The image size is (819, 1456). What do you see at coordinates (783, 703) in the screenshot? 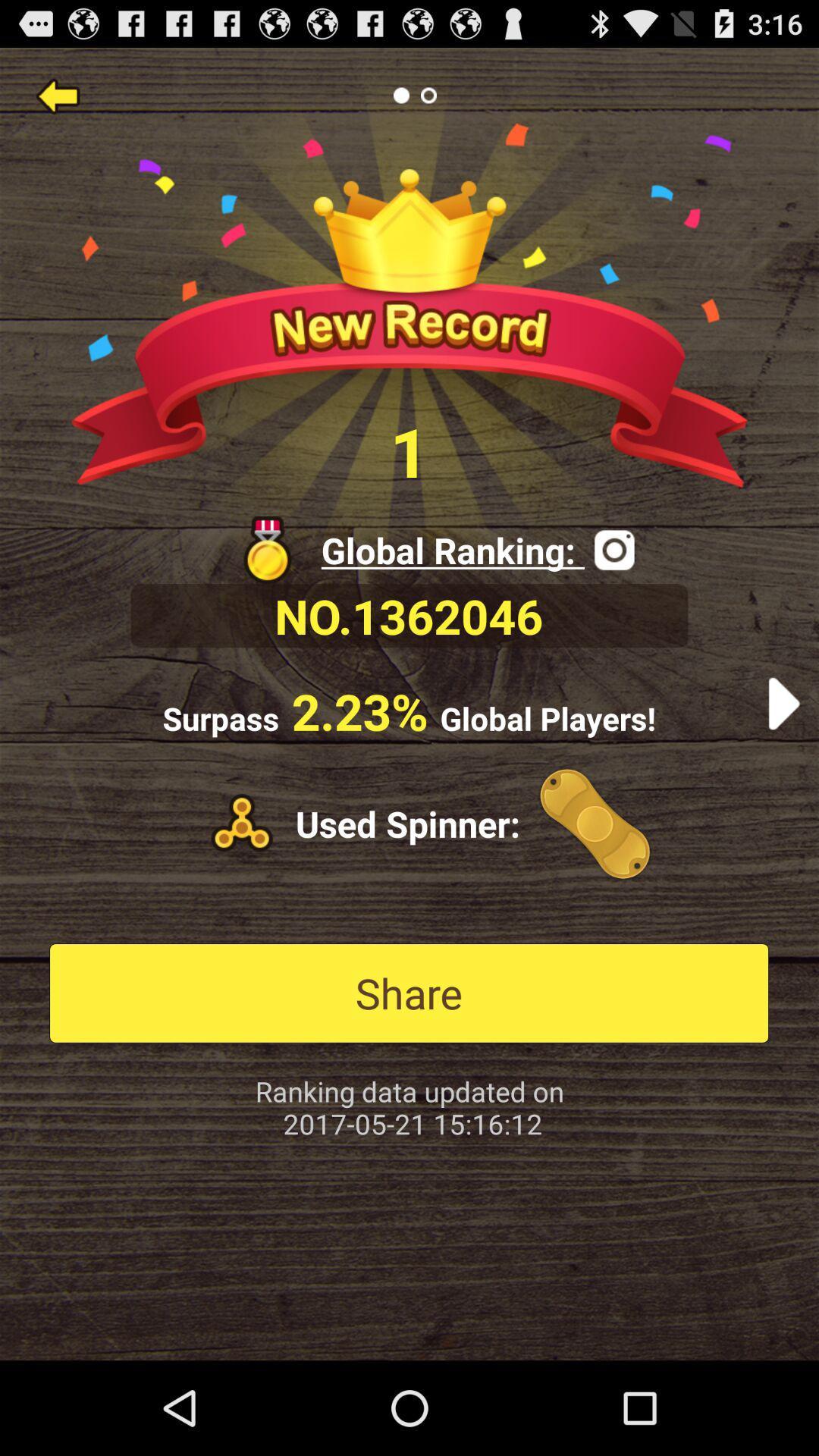
I see `next option` at bounding box center [783, 703].